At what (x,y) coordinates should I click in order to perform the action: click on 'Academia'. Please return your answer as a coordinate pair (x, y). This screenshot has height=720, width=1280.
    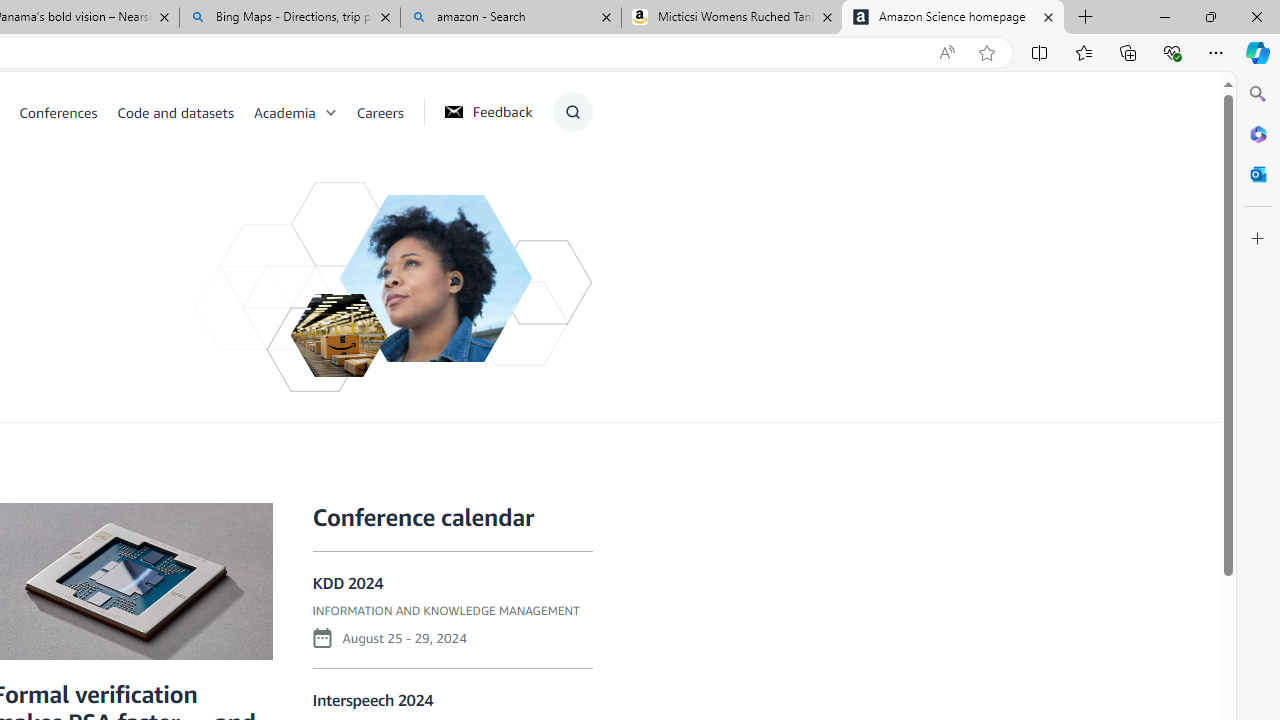
    Looking at the image, I should click on (304, 111).